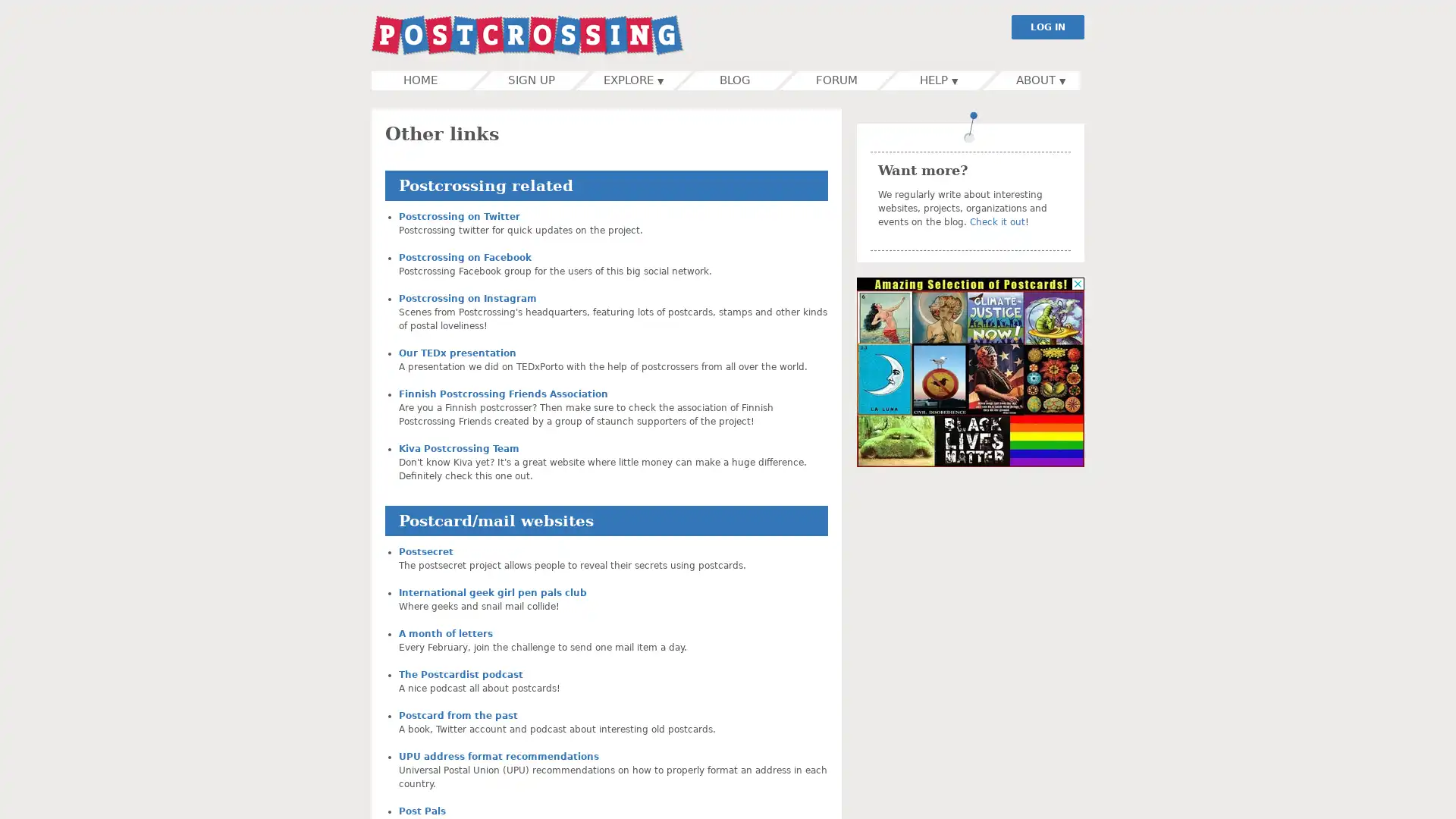 The height and width of the screenshot is (819, 1456). Describe the element at coordinates (1047, 27) in the screenshot. I see `LOG IN` at that location.